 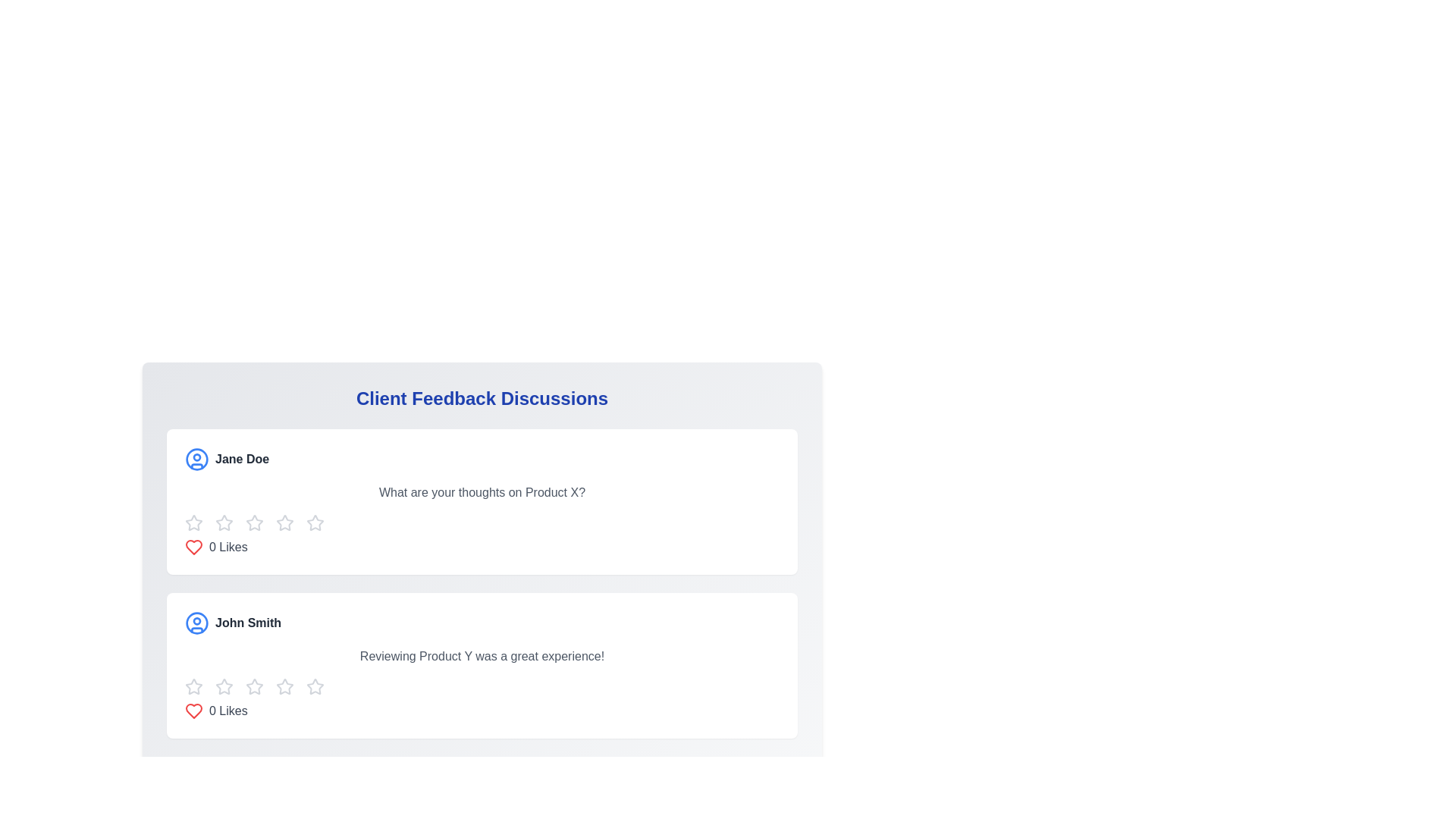 I want to click on the first rating star icon, which is a light gray star-shaped element in a horizontal row of five stars, for user customization scenarios, so click(x=193, y=522).